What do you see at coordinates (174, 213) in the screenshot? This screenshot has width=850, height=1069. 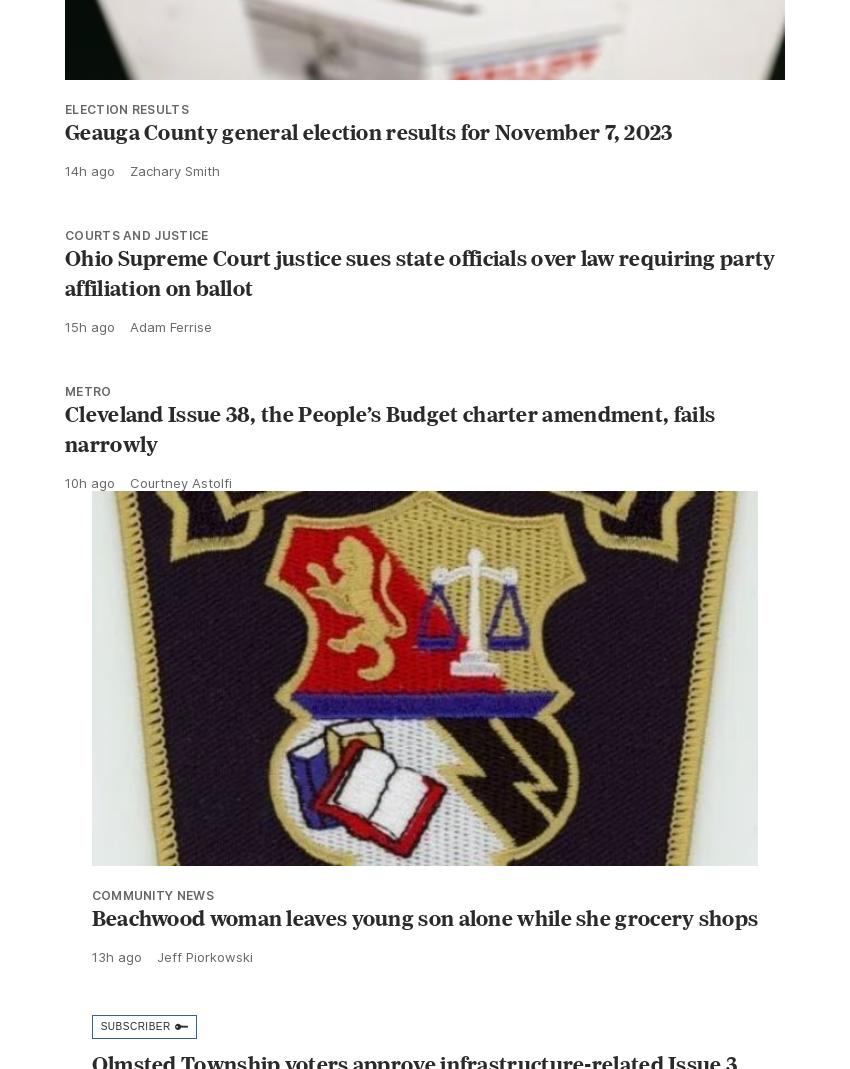 I see `'Zachary Smith'` at bounding box center [174, 213].